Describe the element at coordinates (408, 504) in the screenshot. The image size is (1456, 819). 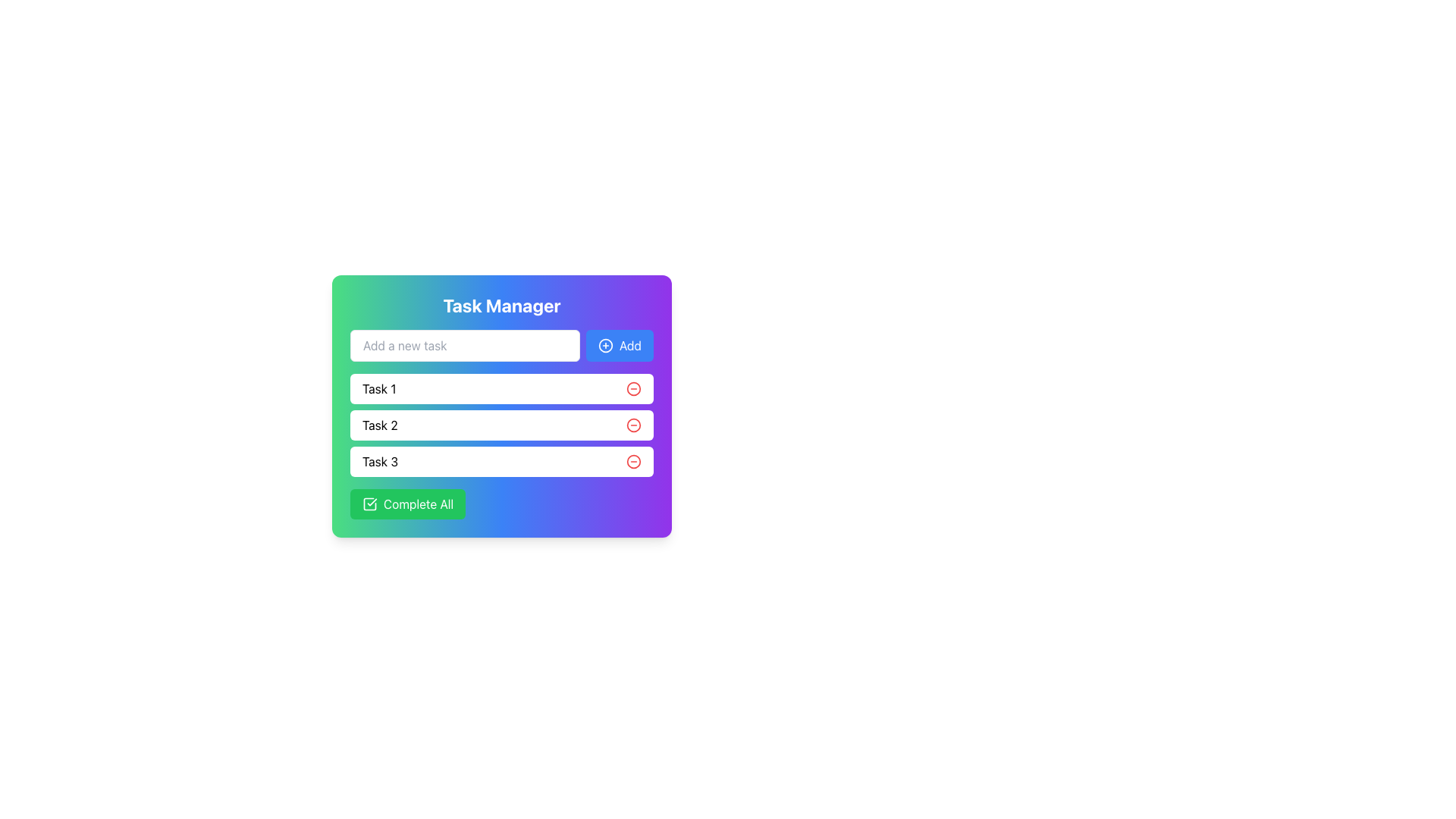
I see `the button at the bottom of the task manager interface to mark all listed tasks as complete` at that location.